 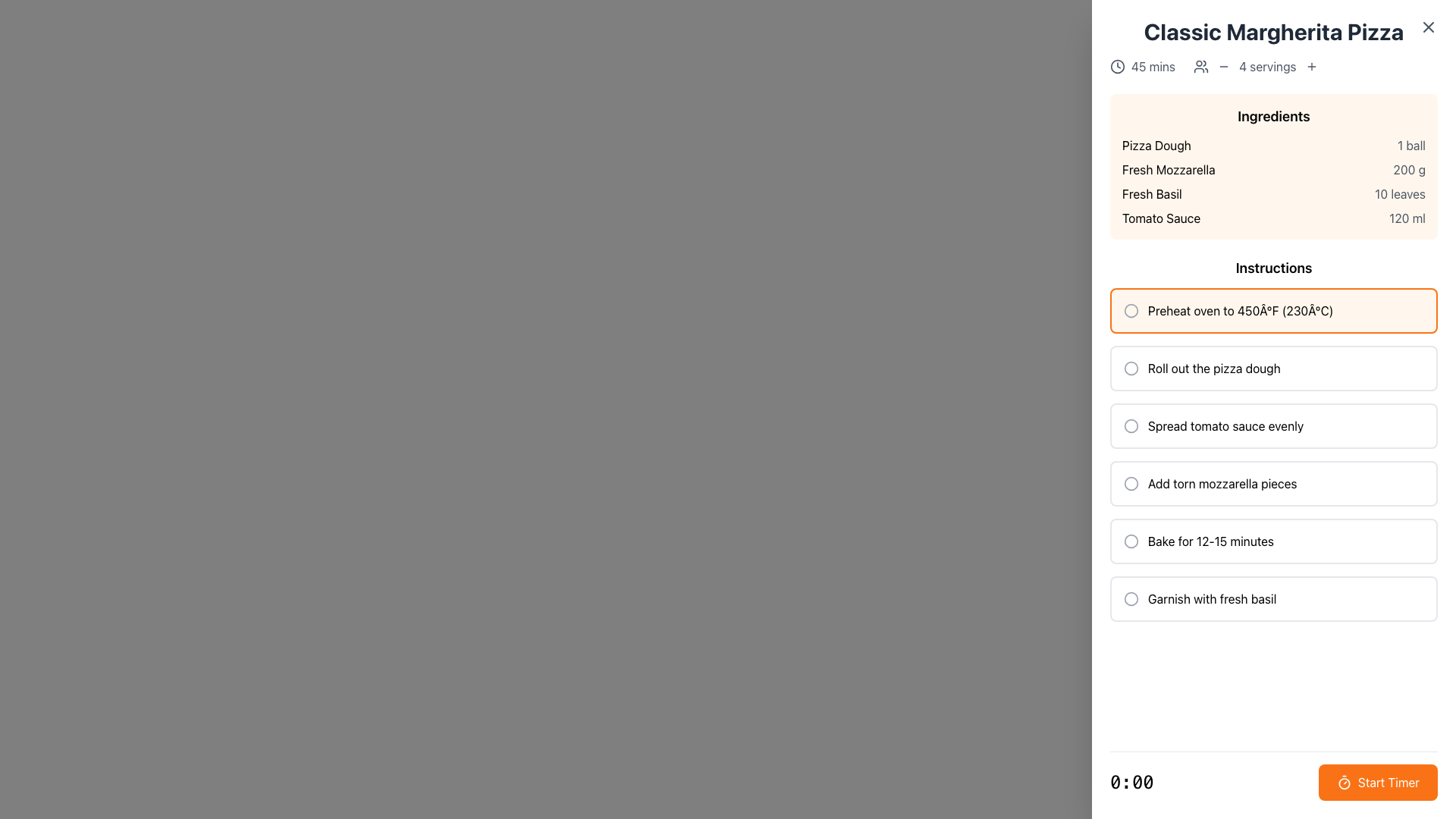 What do you see at coordinates (1274, 483) in the screenshot?
I see `the fourth instruction in the 'Instructions' section, which is a combination of a clickable checkbox and a label indicating a step in the recipe preparation process` at bounding box center [1274, 483].